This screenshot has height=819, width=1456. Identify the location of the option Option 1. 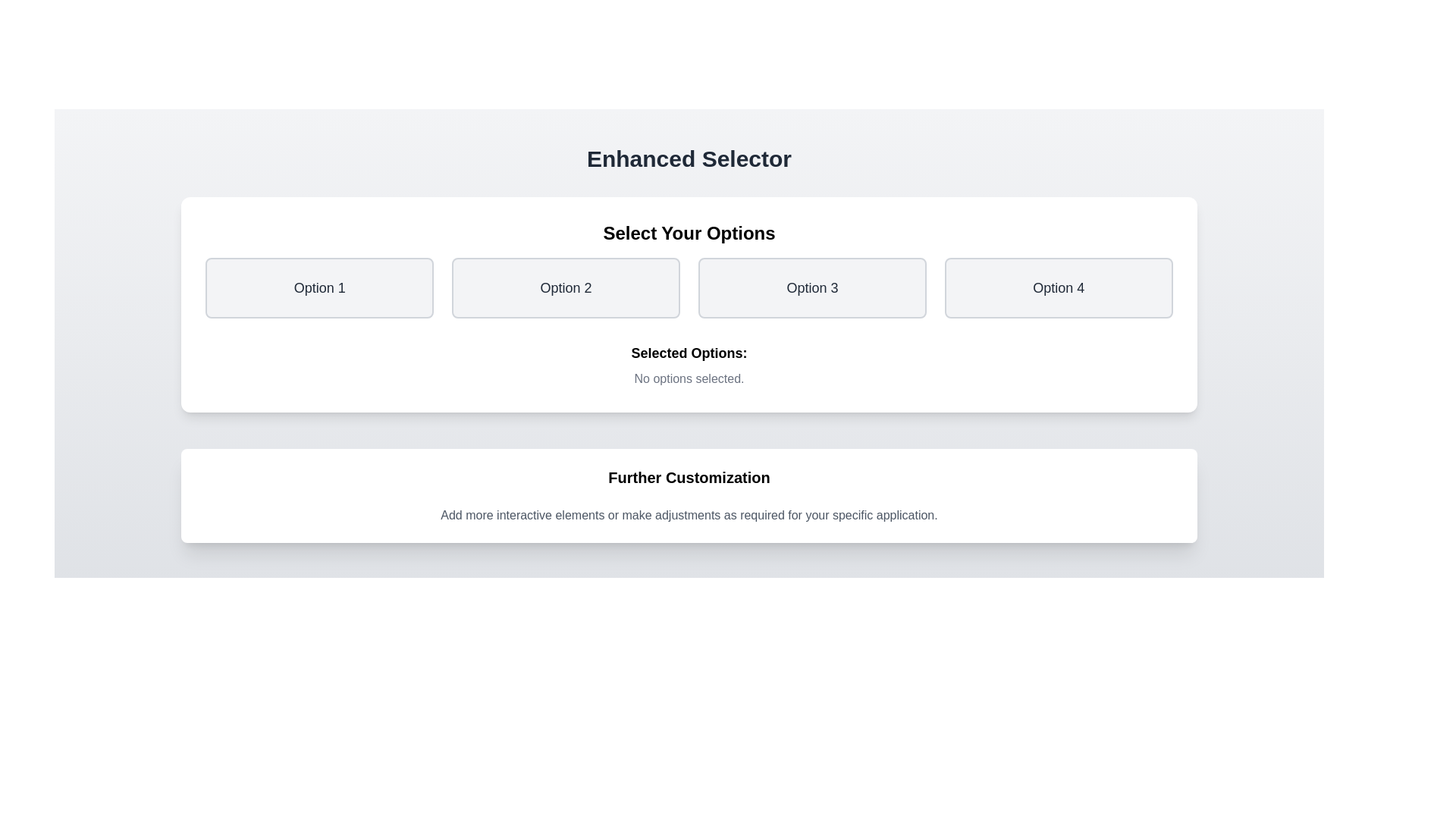
(318, 288).